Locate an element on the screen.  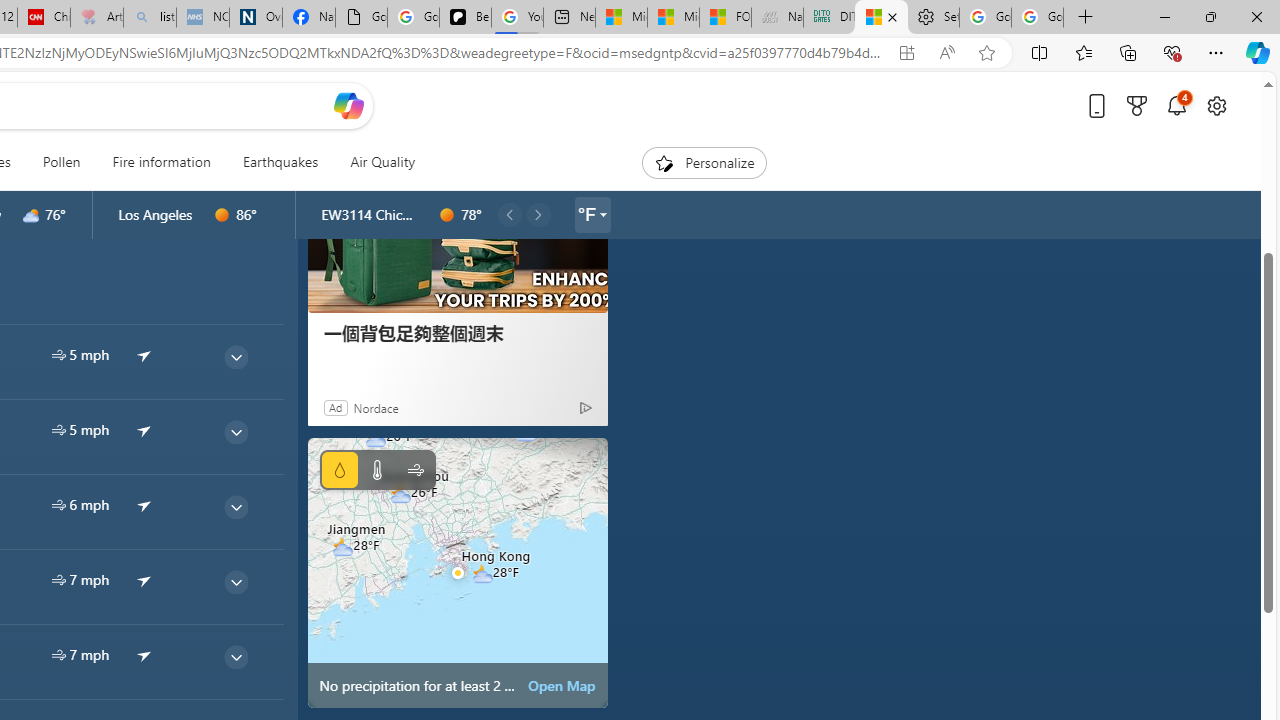
'Fire information' is located at coordinates (161, 162).